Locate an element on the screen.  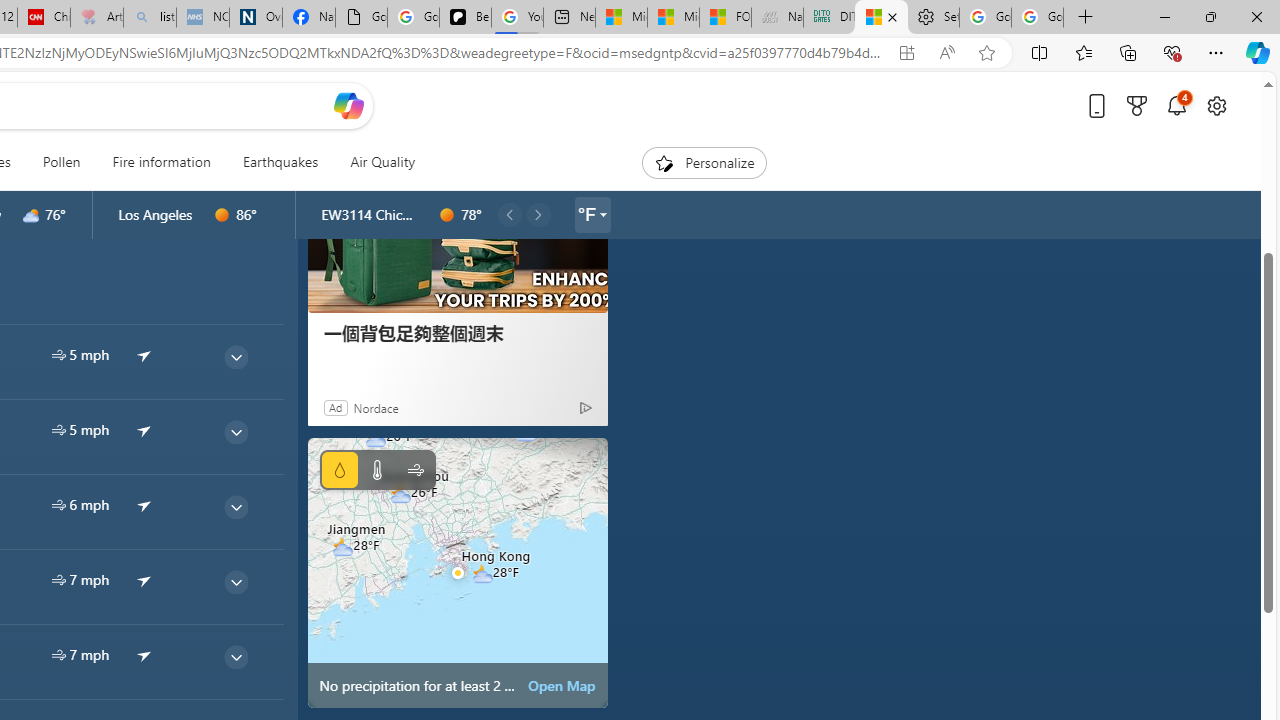
'Fire information' is located at coordinates (161, 162).